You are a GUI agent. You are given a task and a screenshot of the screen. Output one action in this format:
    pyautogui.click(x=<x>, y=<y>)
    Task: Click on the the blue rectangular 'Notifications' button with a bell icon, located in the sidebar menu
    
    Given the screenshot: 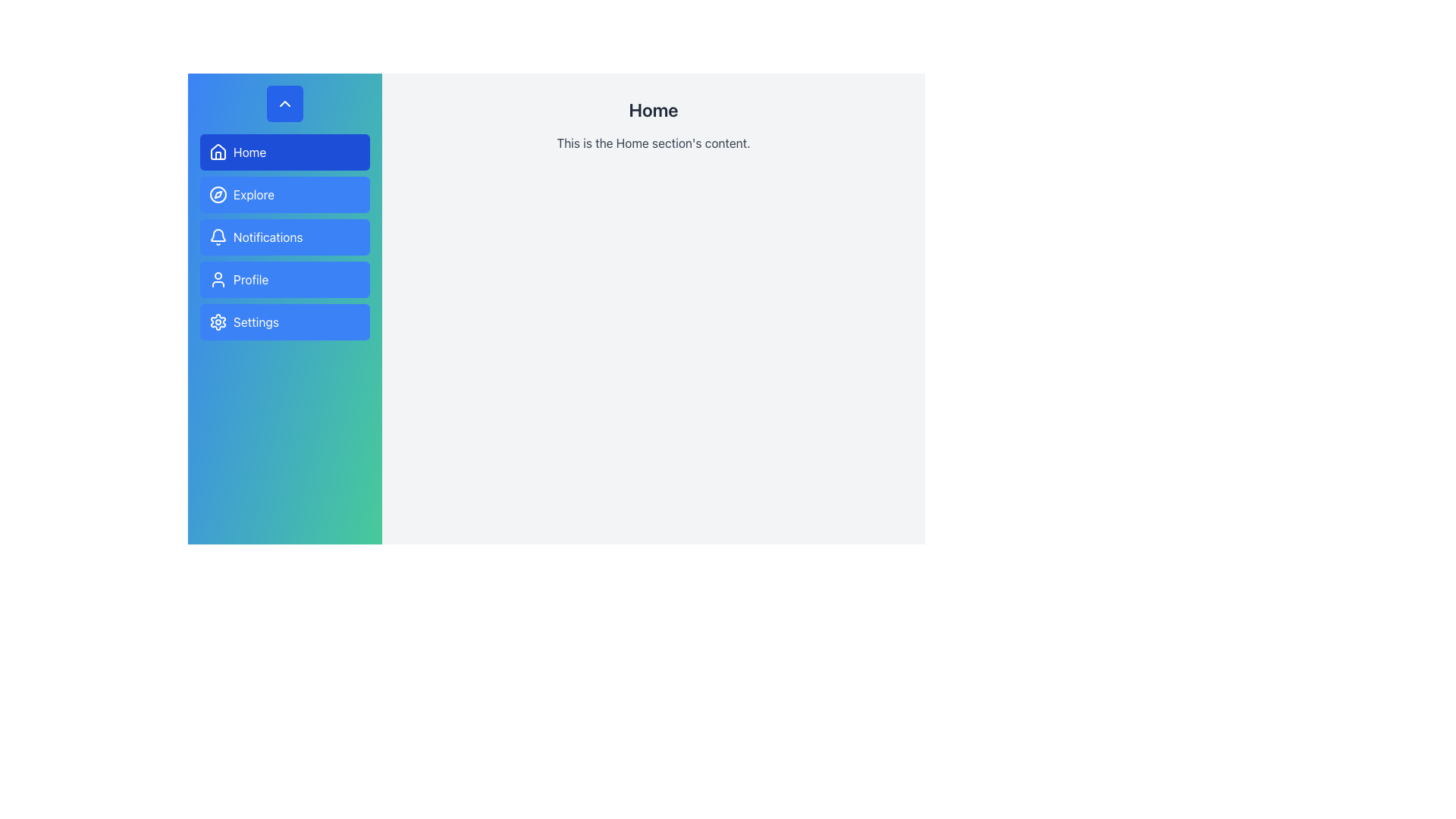 What is the action you would take?
    pyautogui.click(x=284, y=237)
    